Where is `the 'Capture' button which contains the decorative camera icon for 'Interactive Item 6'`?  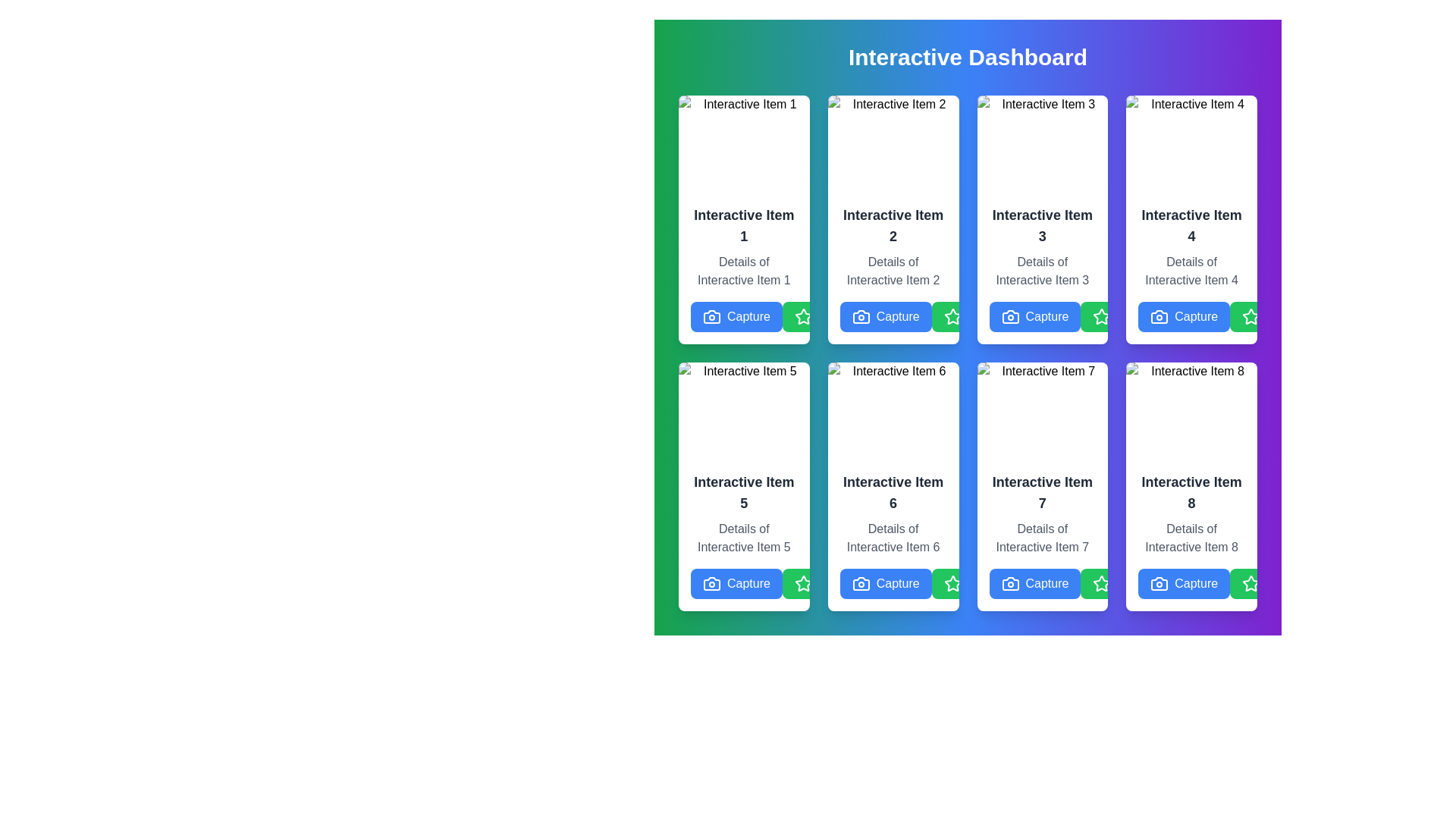
the 'Capture' button which contains the decorative camera icon for 'Interactive Item 6' is located at coordinates (861, 583).